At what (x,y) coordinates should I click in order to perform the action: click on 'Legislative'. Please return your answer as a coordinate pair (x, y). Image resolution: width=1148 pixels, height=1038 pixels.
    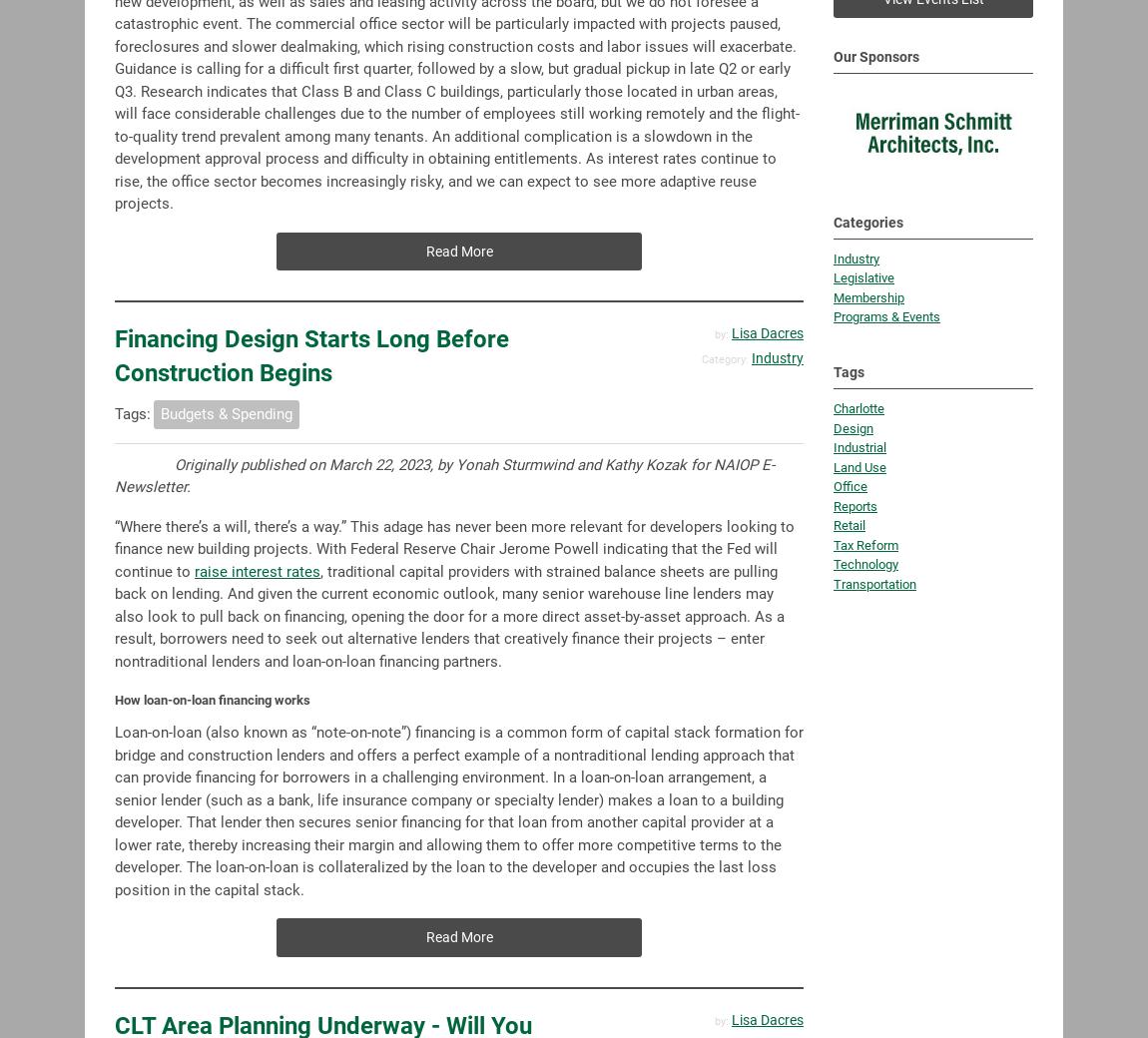
    Looking at the image, I should click on (863, 181).